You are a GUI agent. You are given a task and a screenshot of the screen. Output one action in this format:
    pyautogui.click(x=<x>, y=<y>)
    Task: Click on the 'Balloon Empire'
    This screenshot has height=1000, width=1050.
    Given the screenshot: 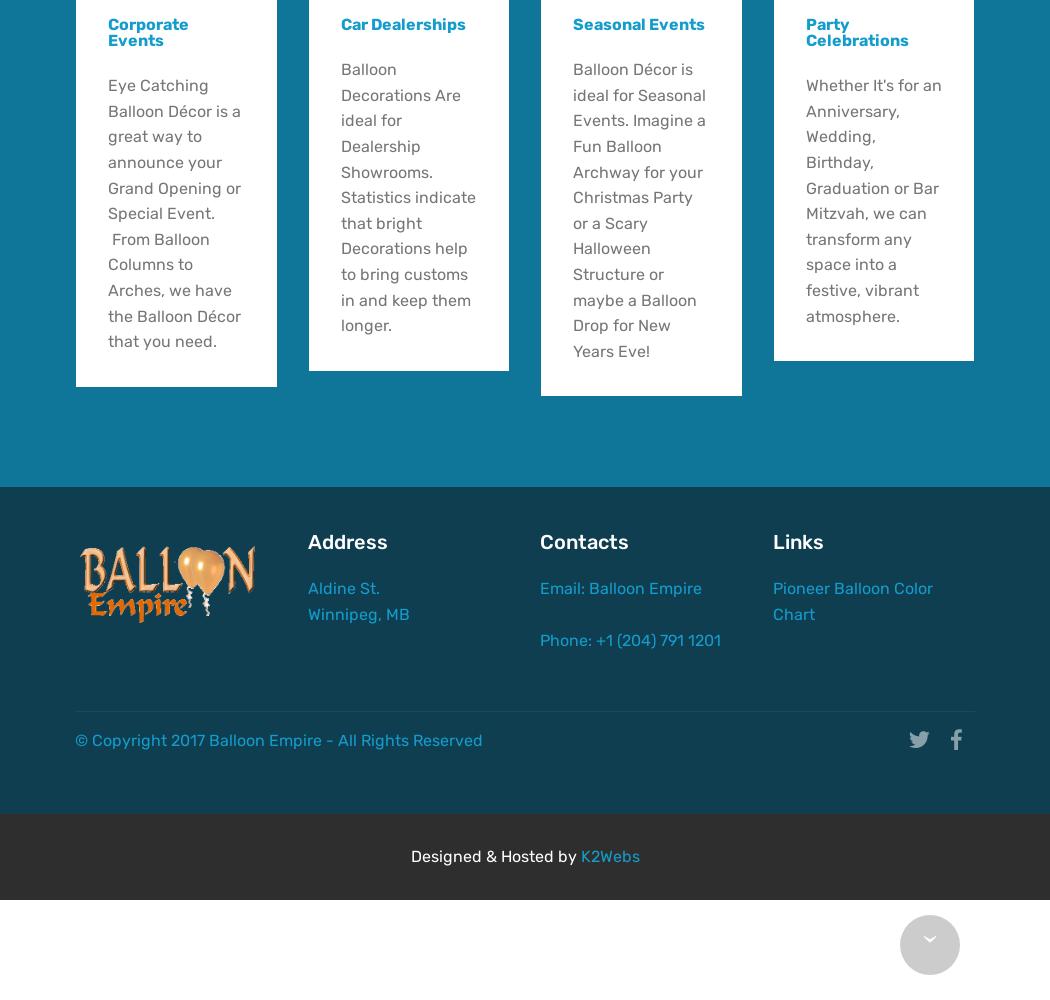 What is the action you would take?
    pyautogui.click(x=646, y=587)
    